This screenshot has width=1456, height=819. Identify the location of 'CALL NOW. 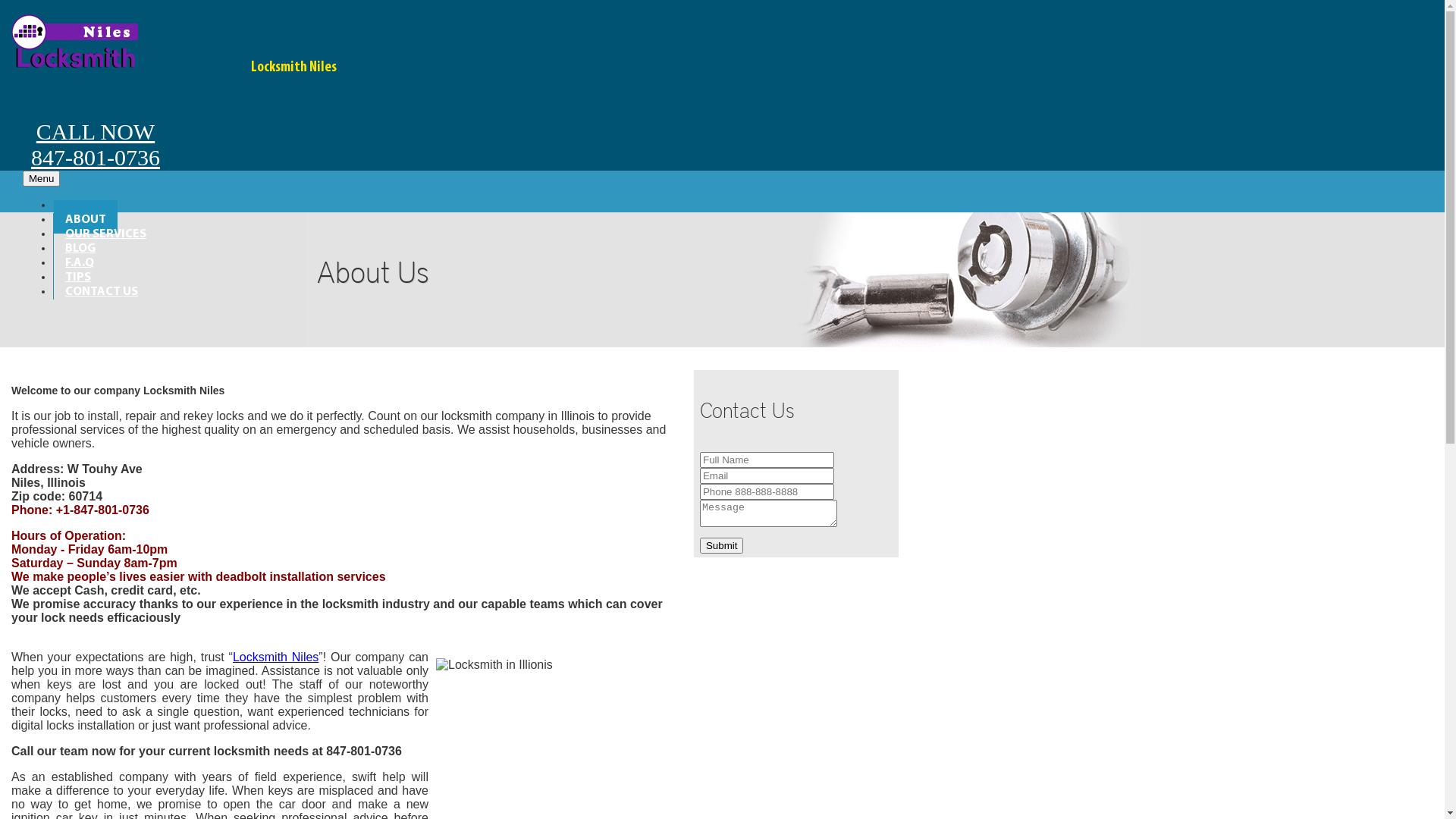
(11, 124).